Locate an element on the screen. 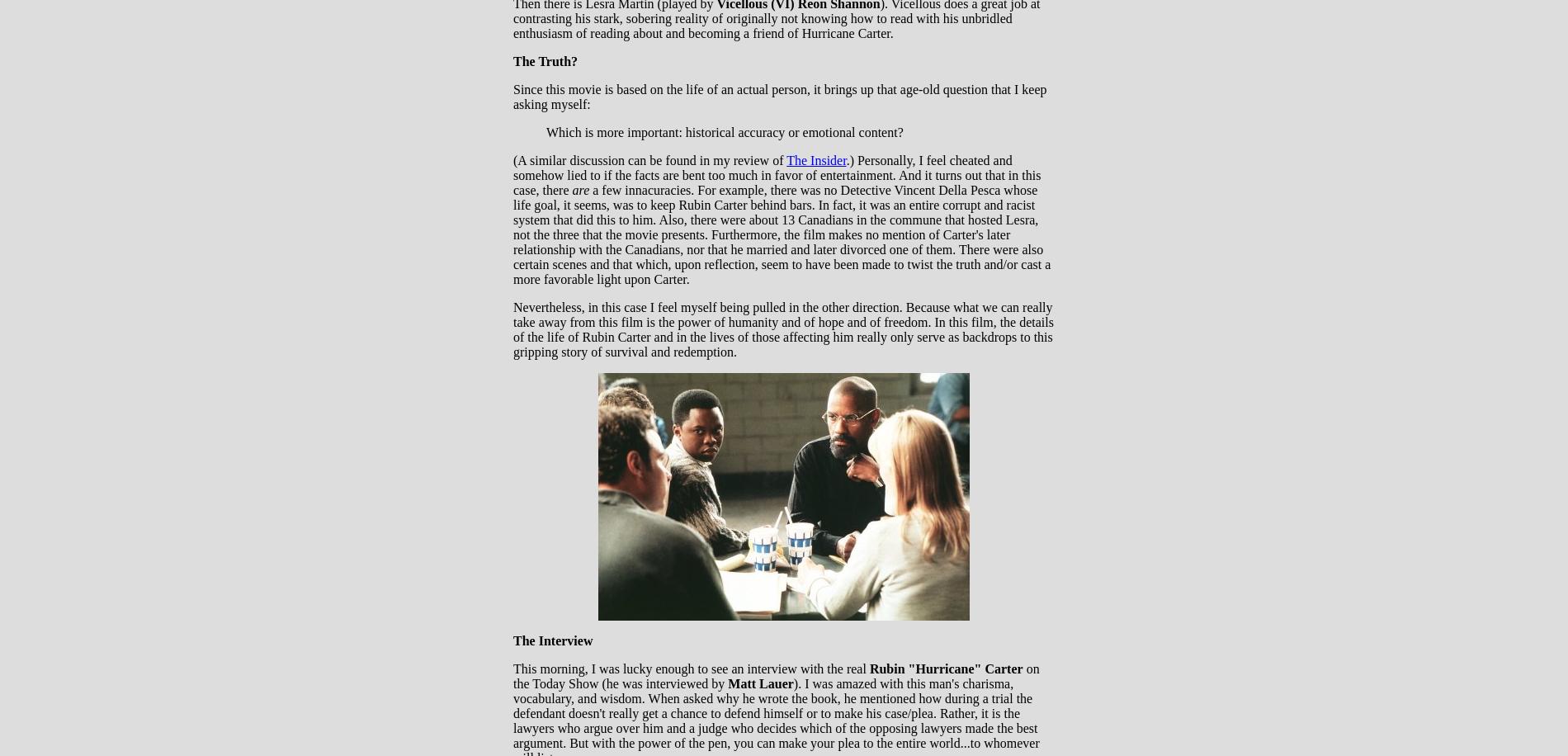 This screenshot has height=756, width=1568. 'Rubin "Hurricane" Carter' is located at coordinates (946, 669).